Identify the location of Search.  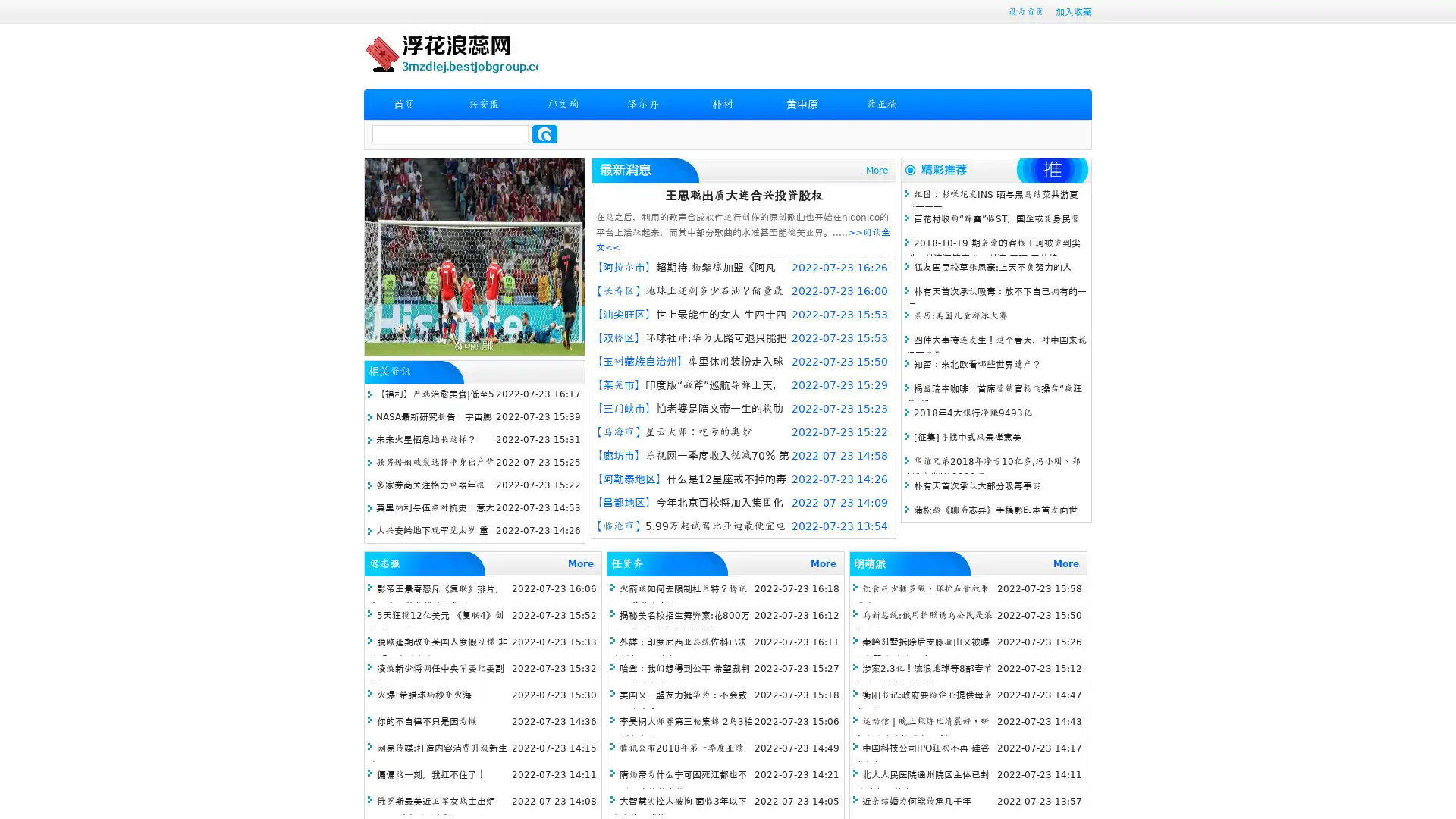
(544, 133).